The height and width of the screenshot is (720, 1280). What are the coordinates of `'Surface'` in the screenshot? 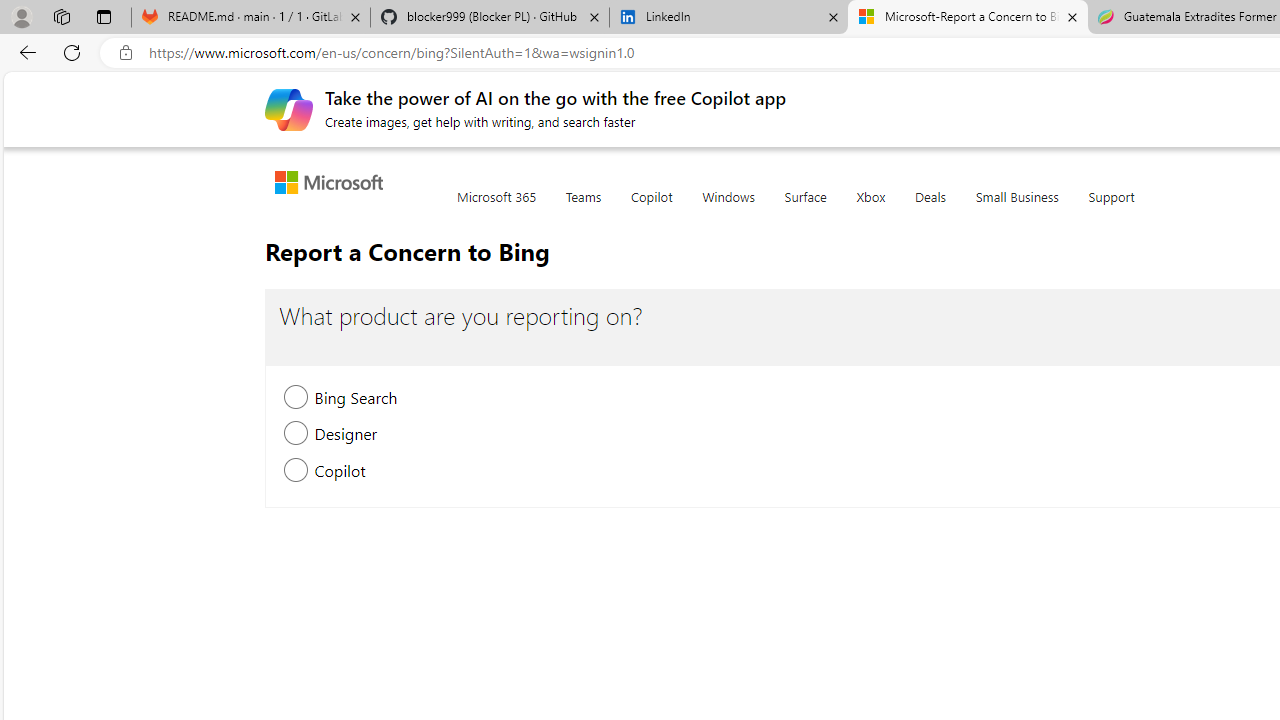 It's located at (805, 209).